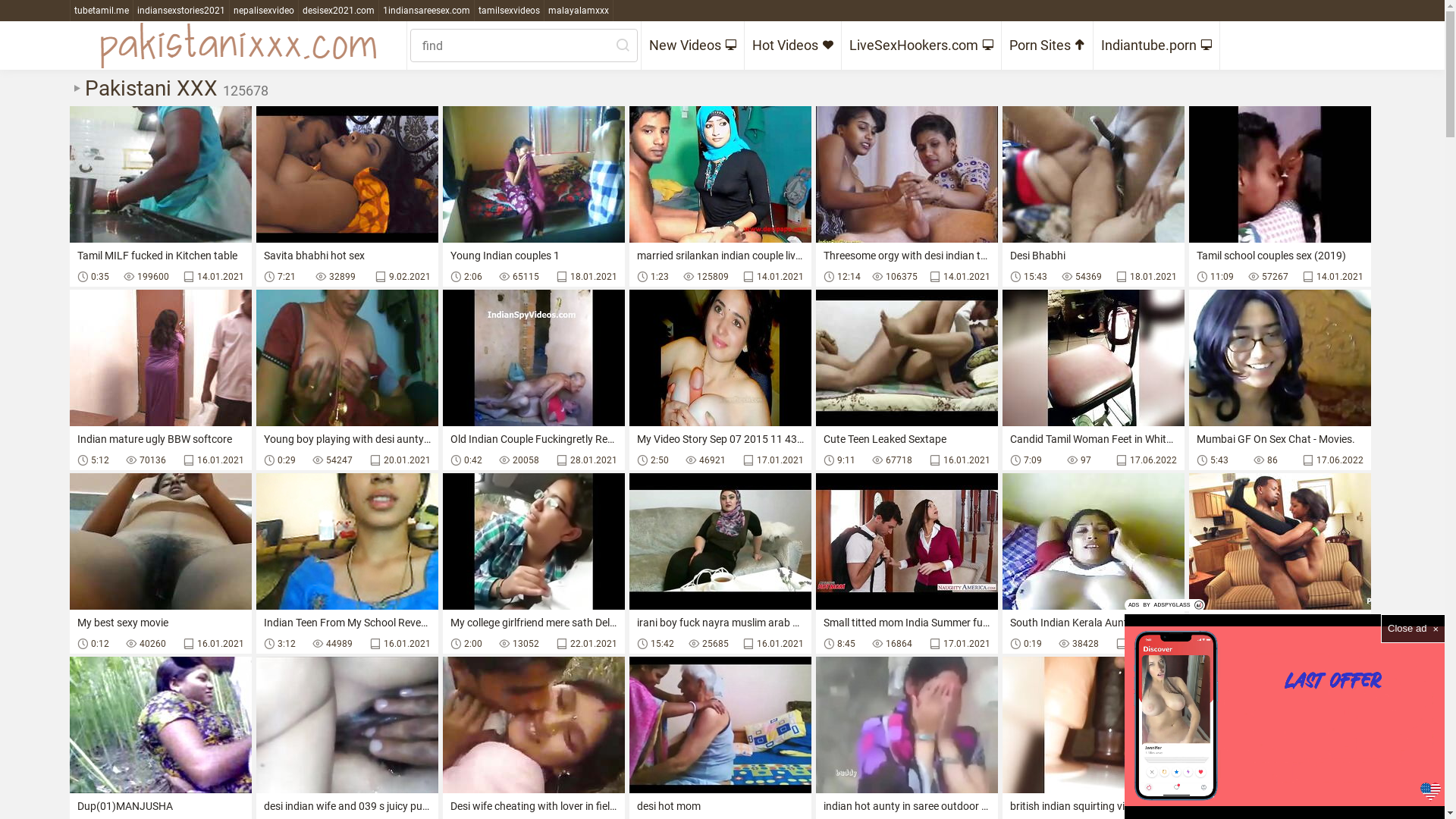 Image resolution: width=1456 pixels, height=819 pixels. What do you see at coordinates (181, 11) in the screenshot?
I see `'indiansexstories2021'` at bounding box center [181, 11].